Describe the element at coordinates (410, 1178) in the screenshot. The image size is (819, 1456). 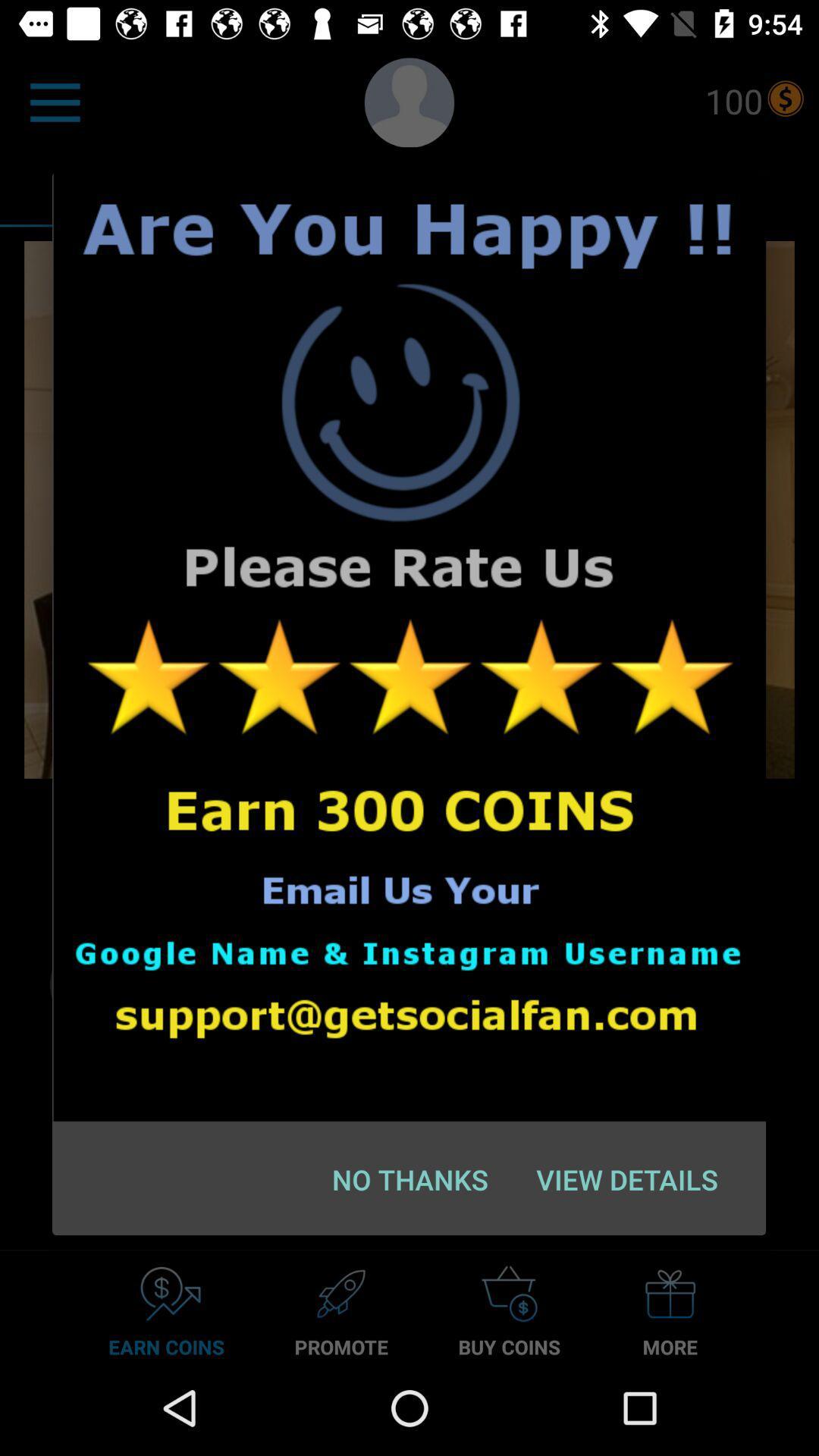
I see `the no thanks icon` at that location.